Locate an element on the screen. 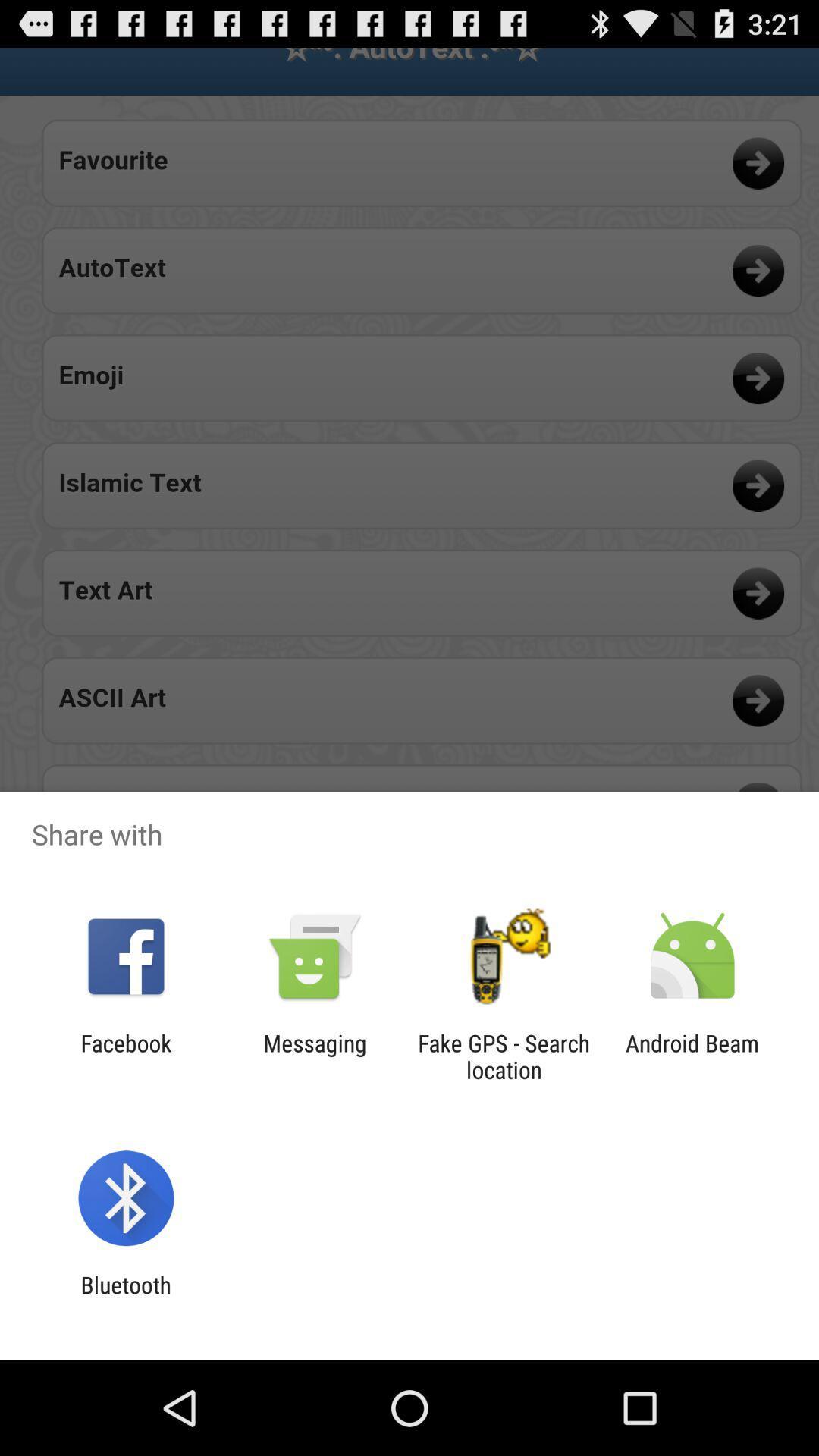  app to the right of facebook app is located at coordinates (314, 1056).